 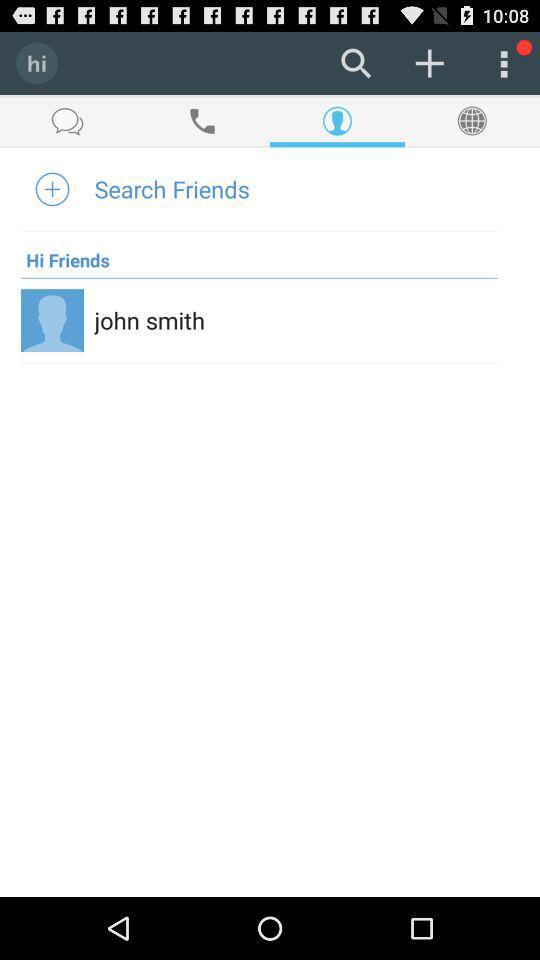 I want to click on hi friends, so click(x=65, y=253).